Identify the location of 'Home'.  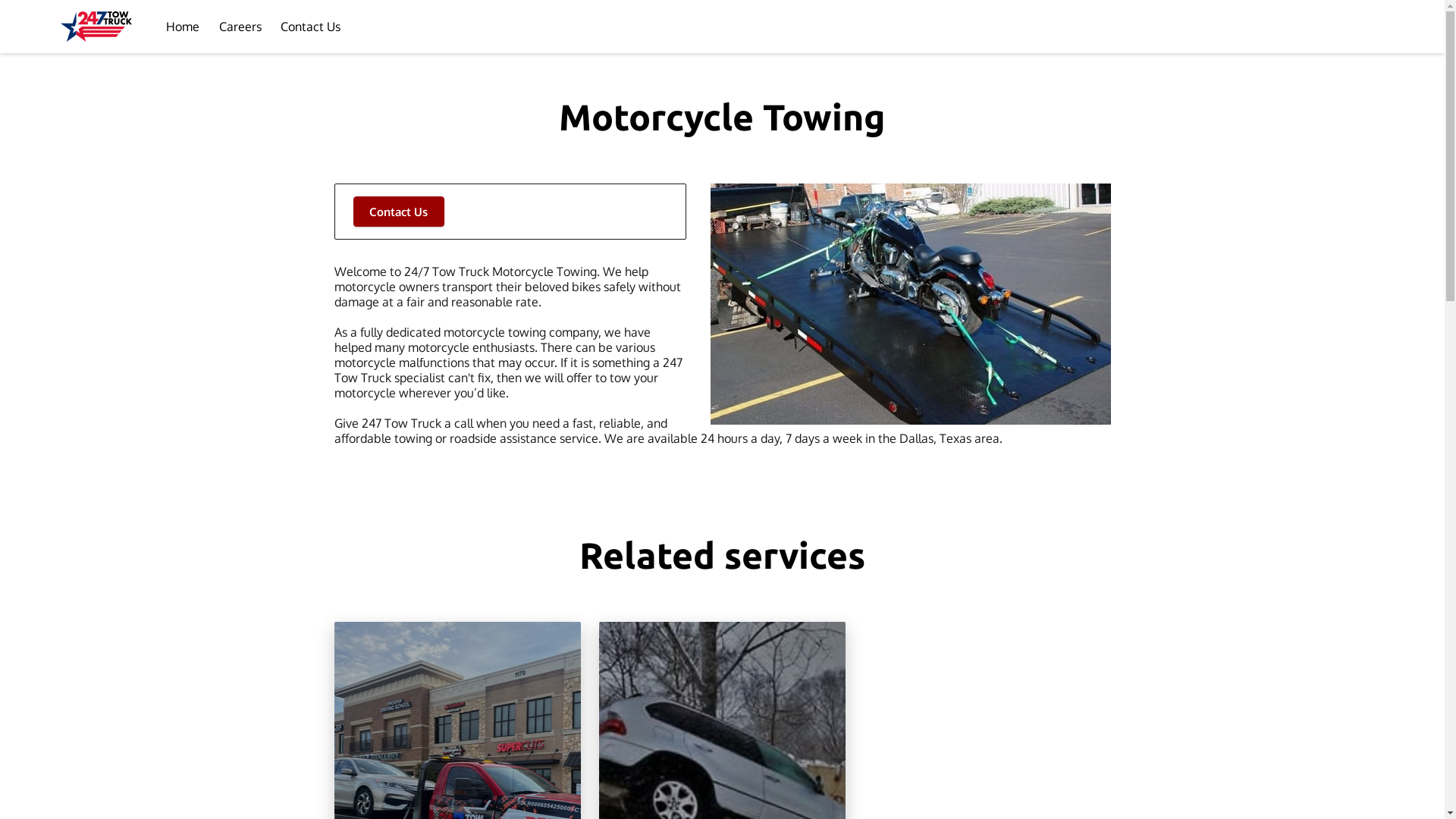
(182, 26).